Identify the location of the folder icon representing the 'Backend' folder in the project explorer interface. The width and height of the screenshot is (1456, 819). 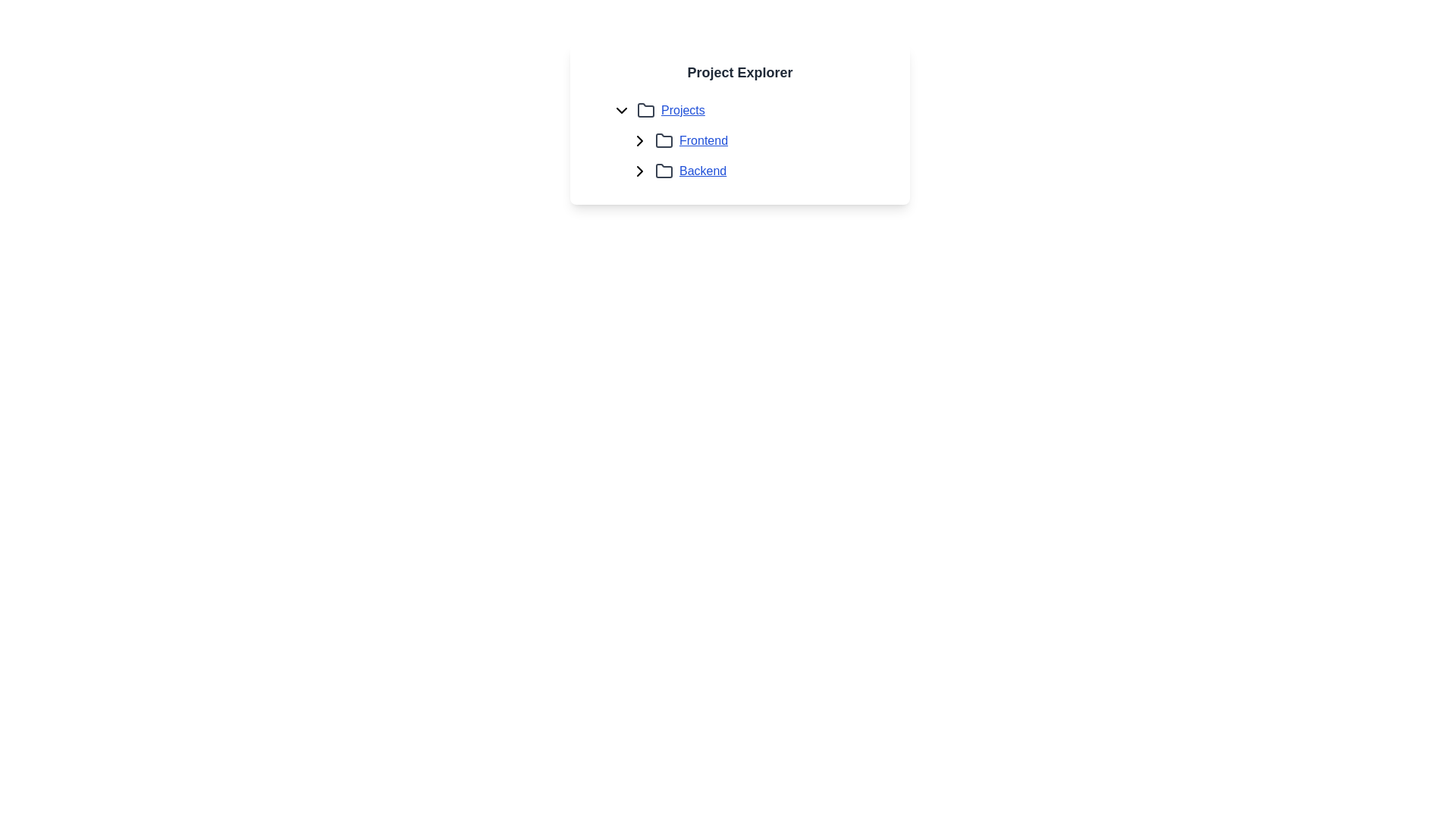
(664, 170).